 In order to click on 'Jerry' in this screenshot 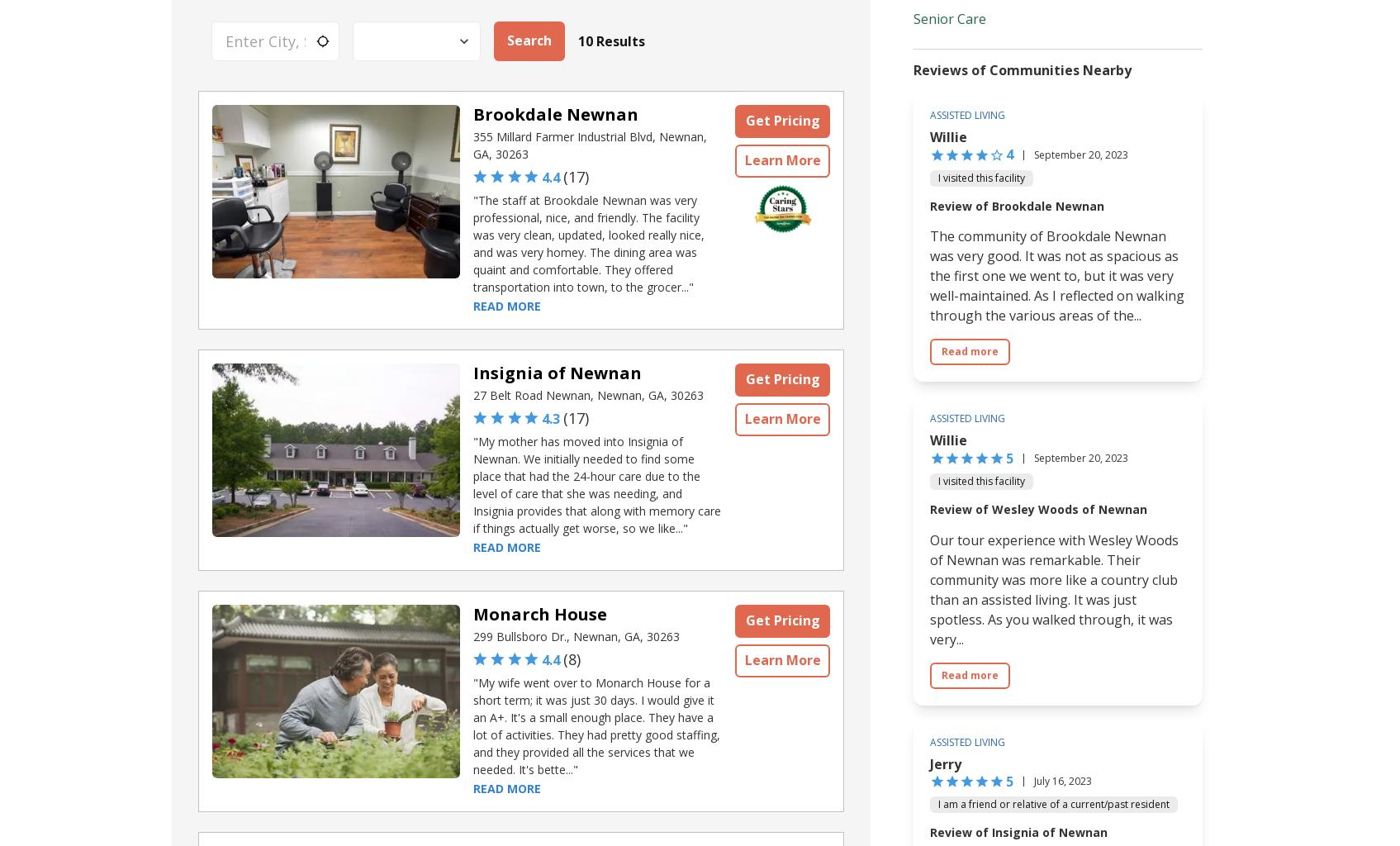, I will do `click(944, 762)`.